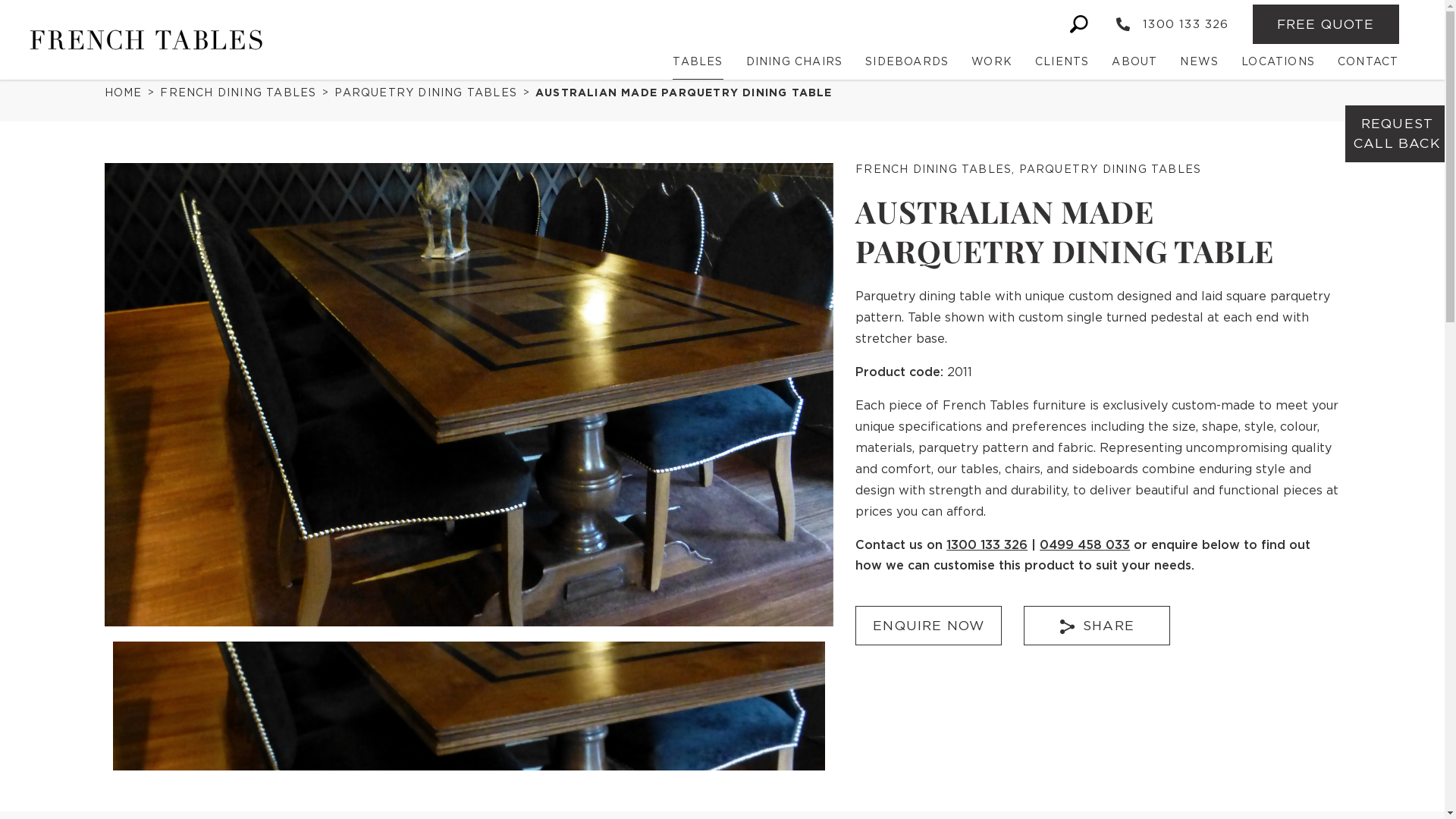 The image size is (1456, 819). I want to click on 'HOME', so click(127, 93).